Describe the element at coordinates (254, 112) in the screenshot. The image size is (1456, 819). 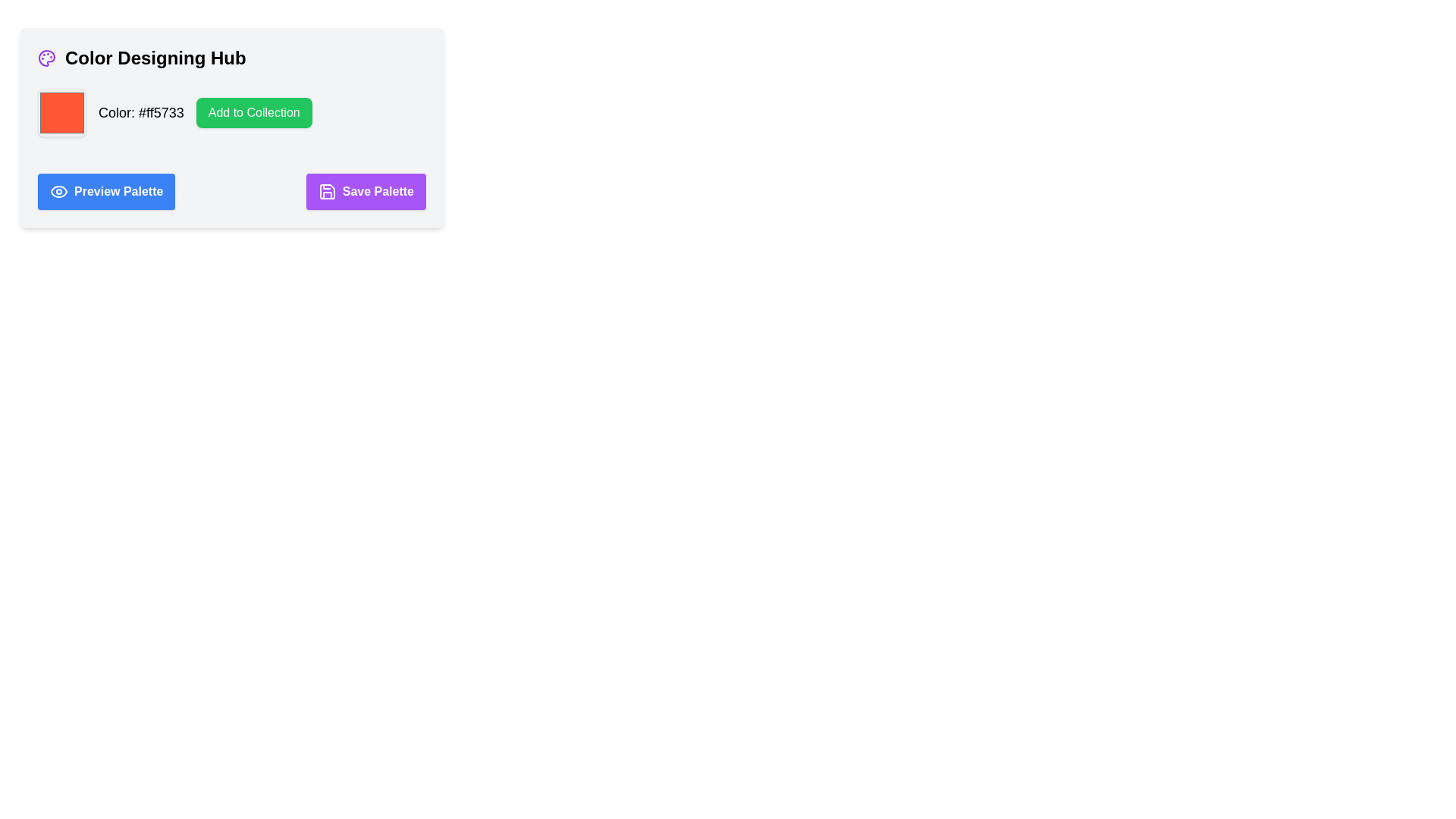
I see `the button used` at that location.